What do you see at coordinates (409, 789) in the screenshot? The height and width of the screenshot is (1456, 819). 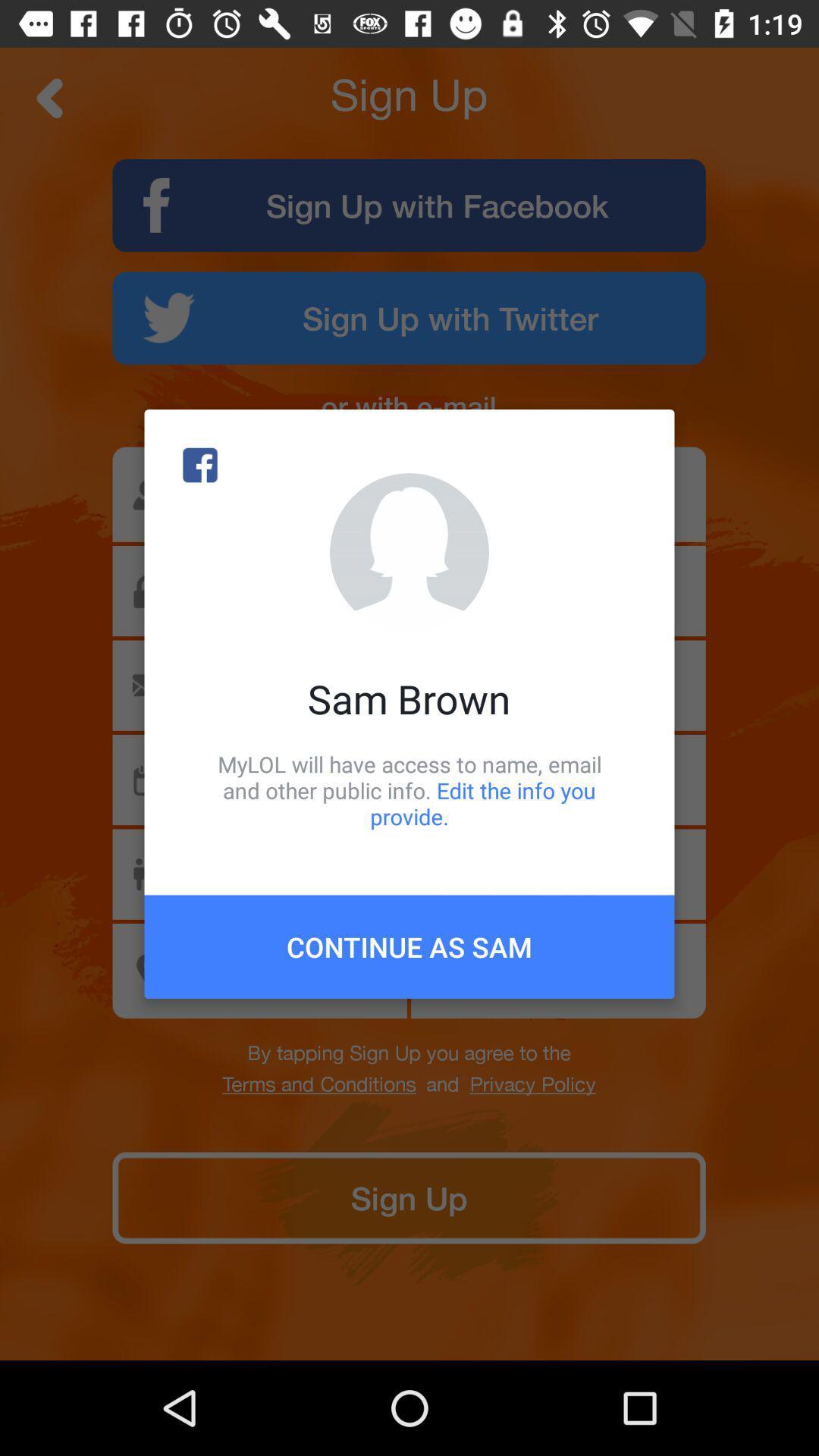 I see `the item above the continue as sam icon` at bounding box center [409, 789].